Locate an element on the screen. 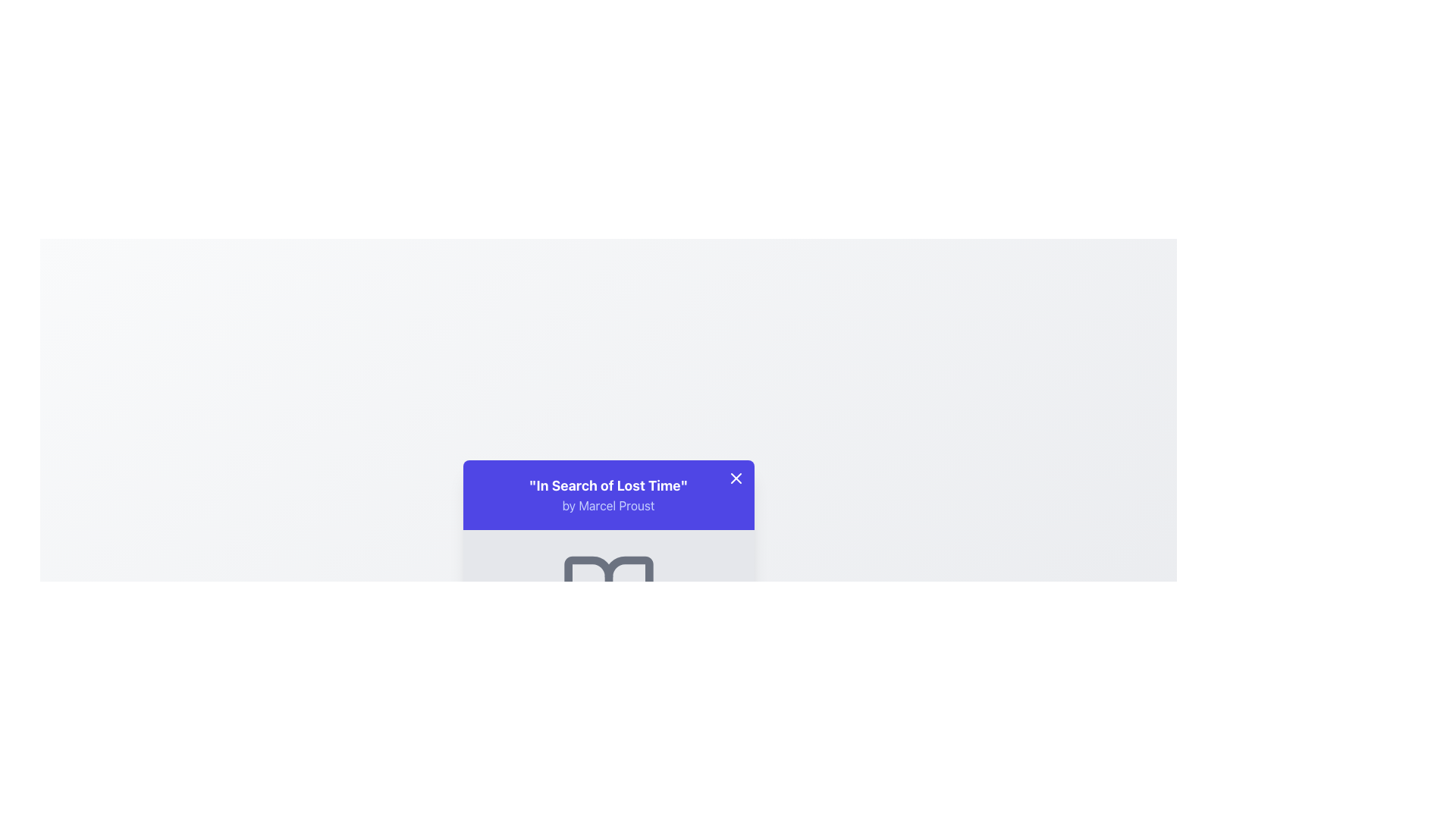  the backslash icon within the SVG that represents a closure or deletion action, located on the upper right of the blue banner containing the text 'In Search of Lost Time' is located at coordinates (736, 479).